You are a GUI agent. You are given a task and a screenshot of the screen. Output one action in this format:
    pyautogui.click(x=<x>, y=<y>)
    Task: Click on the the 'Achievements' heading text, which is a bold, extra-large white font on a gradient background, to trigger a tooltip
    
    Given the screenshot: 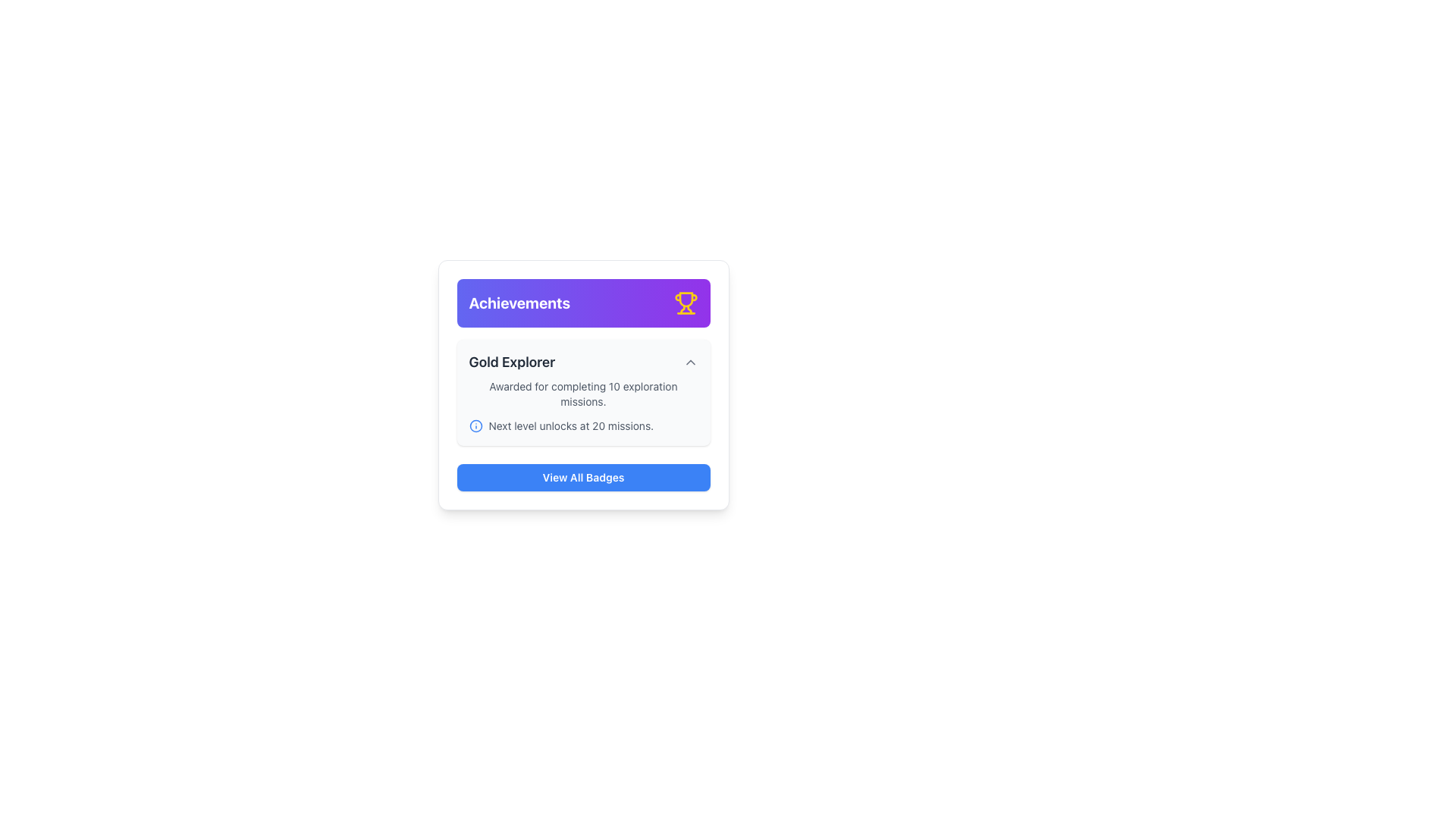 What is the action you would take?
    pyautogui.click(x=519, y=303)
    